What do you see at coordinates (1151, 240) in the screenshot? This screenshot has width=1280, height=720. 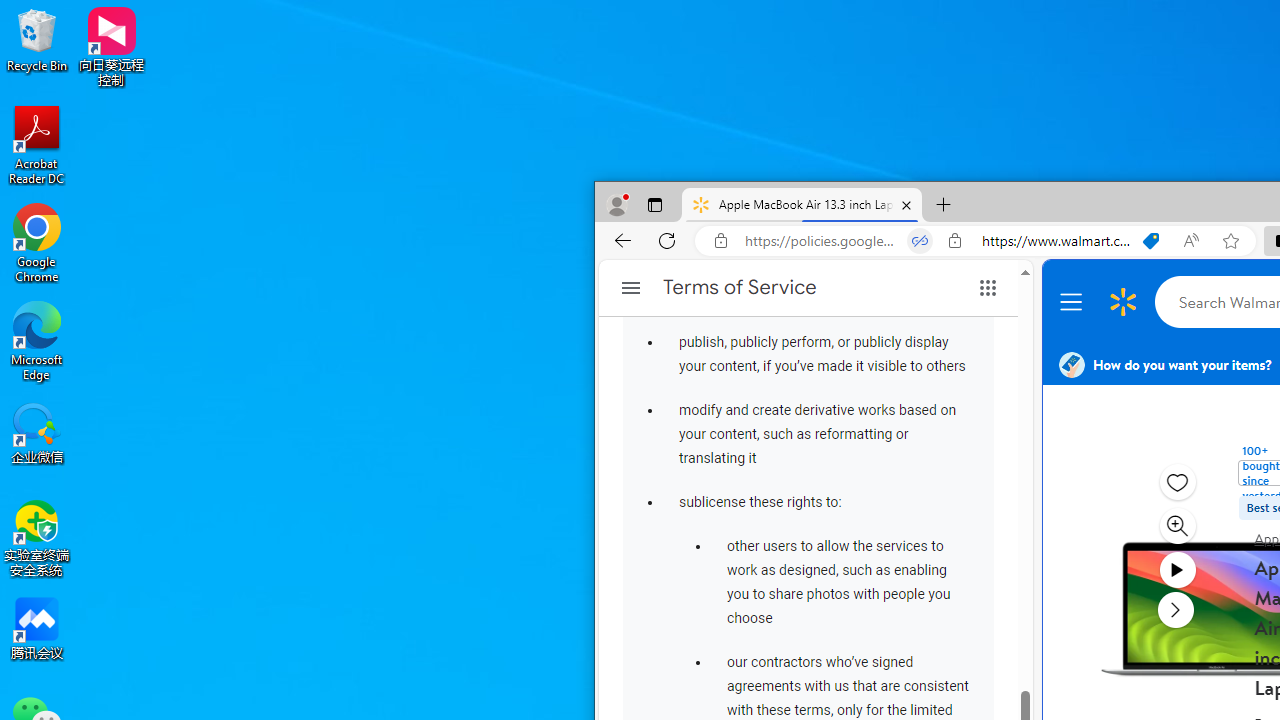 I see `'This site has coupons! Shopping in Microsoft Edge, 7'` at bounding box center [1151, 240].